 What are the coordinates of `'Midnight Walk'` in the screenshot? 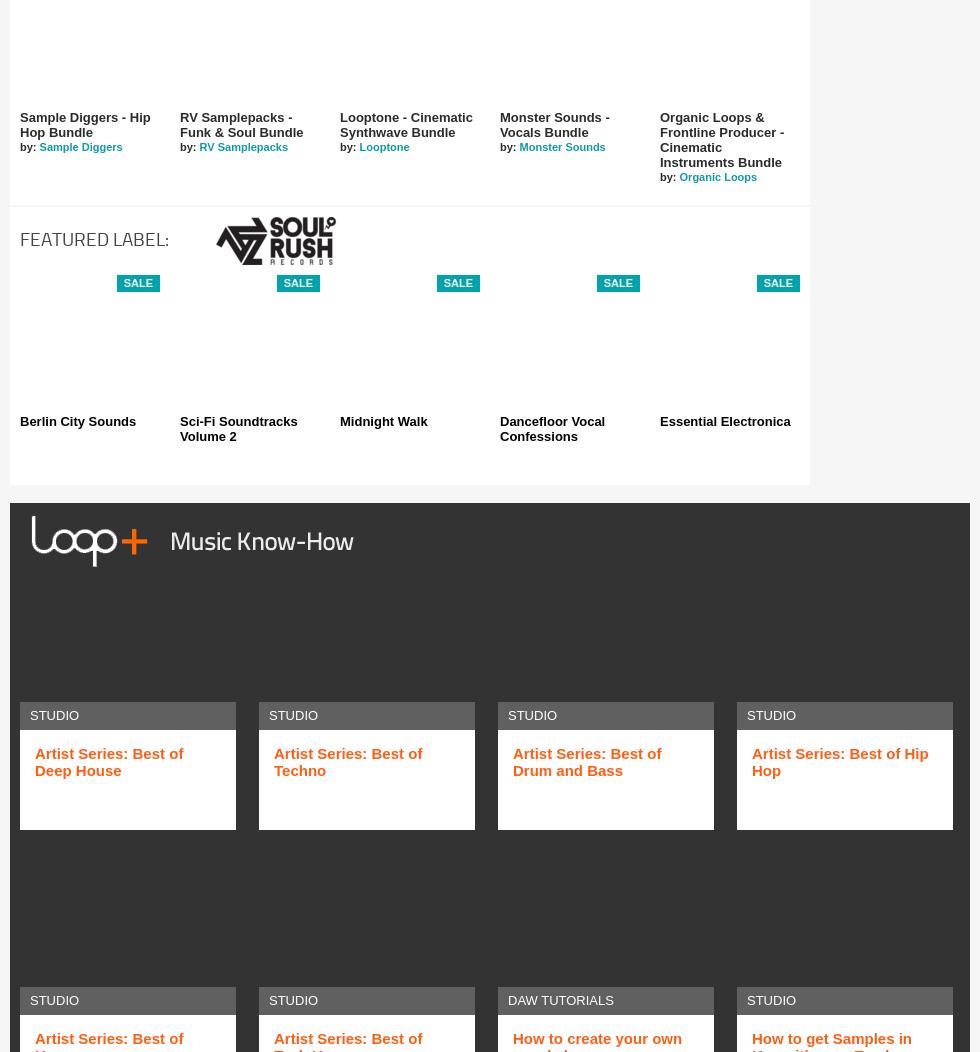 It's located at (383, 419).